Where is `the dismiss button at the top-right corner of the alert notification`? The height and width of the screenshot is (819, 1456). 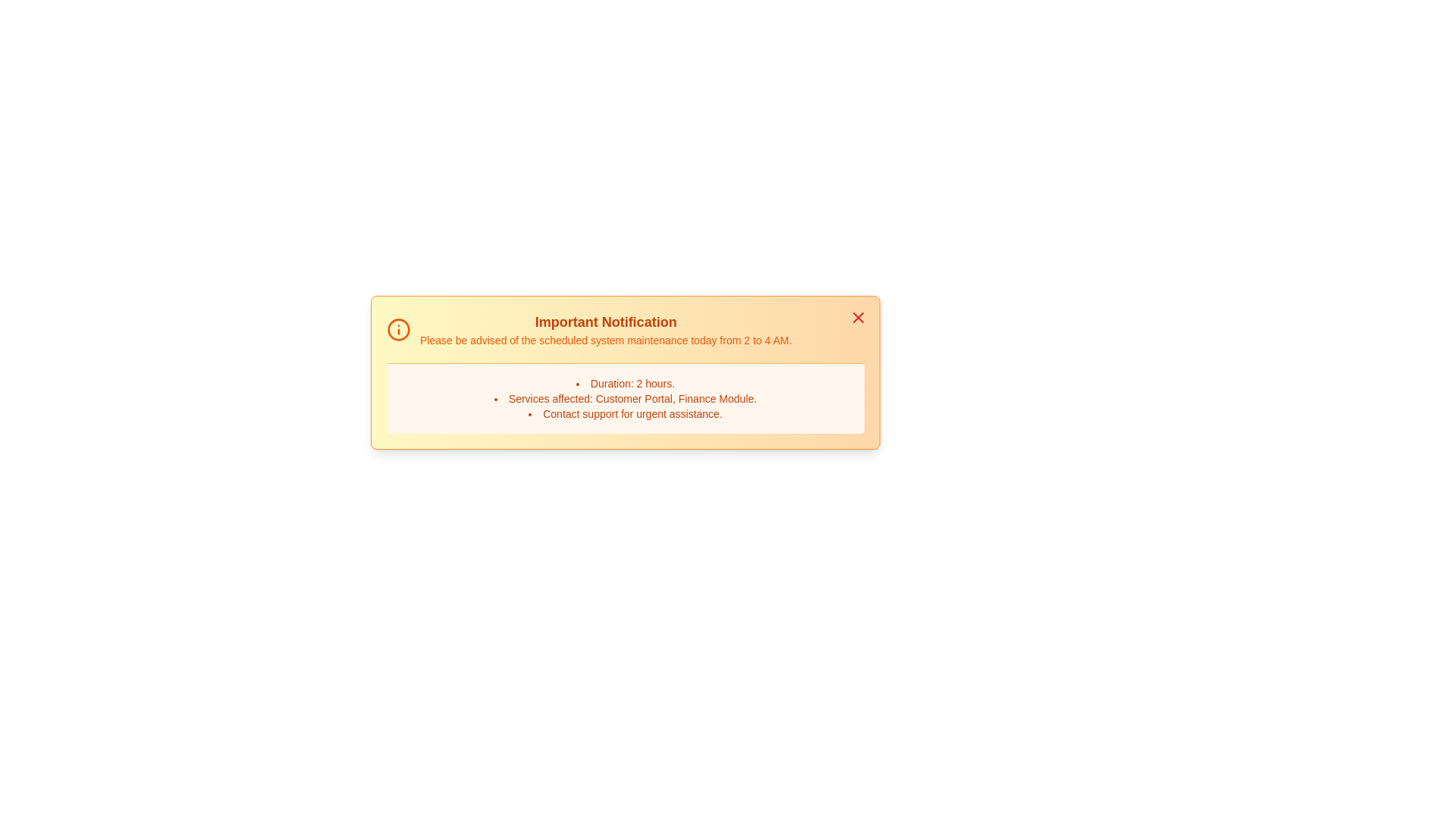
the dismiss button at the top-right corner of the alert notification is located at coordinates (858, 317).